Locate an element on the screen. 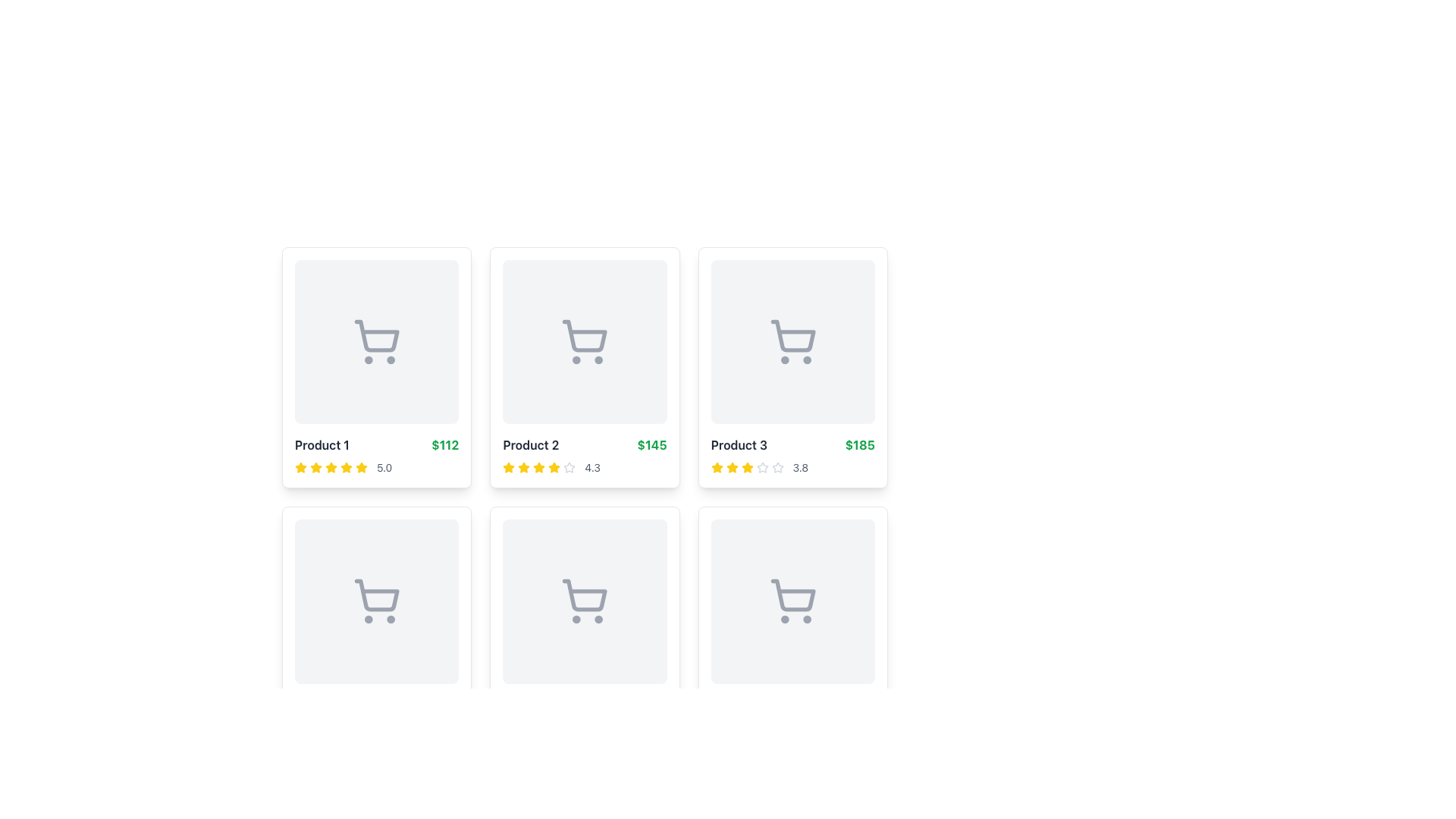 The height and width of the screenshot is (819, 1456). the Placeholder Image, which is a square component with a light gray background and rounded corners, containing a centered shopping cart icon, located in the second row and second column of the grid layout, part of the card labeled 'Product 5' is located at coordinates (584, 601).